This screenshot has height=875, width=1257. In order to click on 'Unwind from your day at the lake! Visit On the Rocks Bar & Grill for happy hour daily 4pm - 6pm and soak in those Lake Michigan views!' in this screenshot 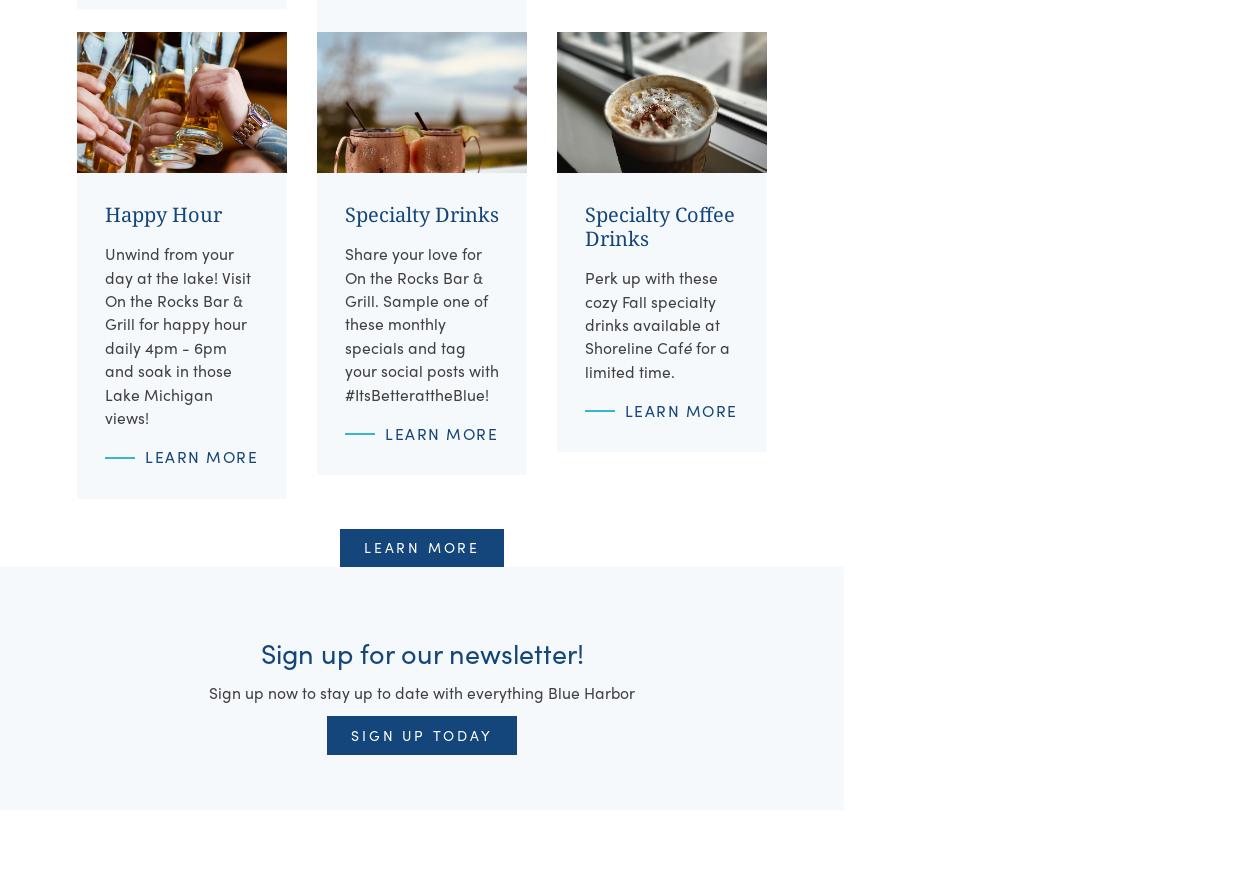, I will do `click(177, 335)`.